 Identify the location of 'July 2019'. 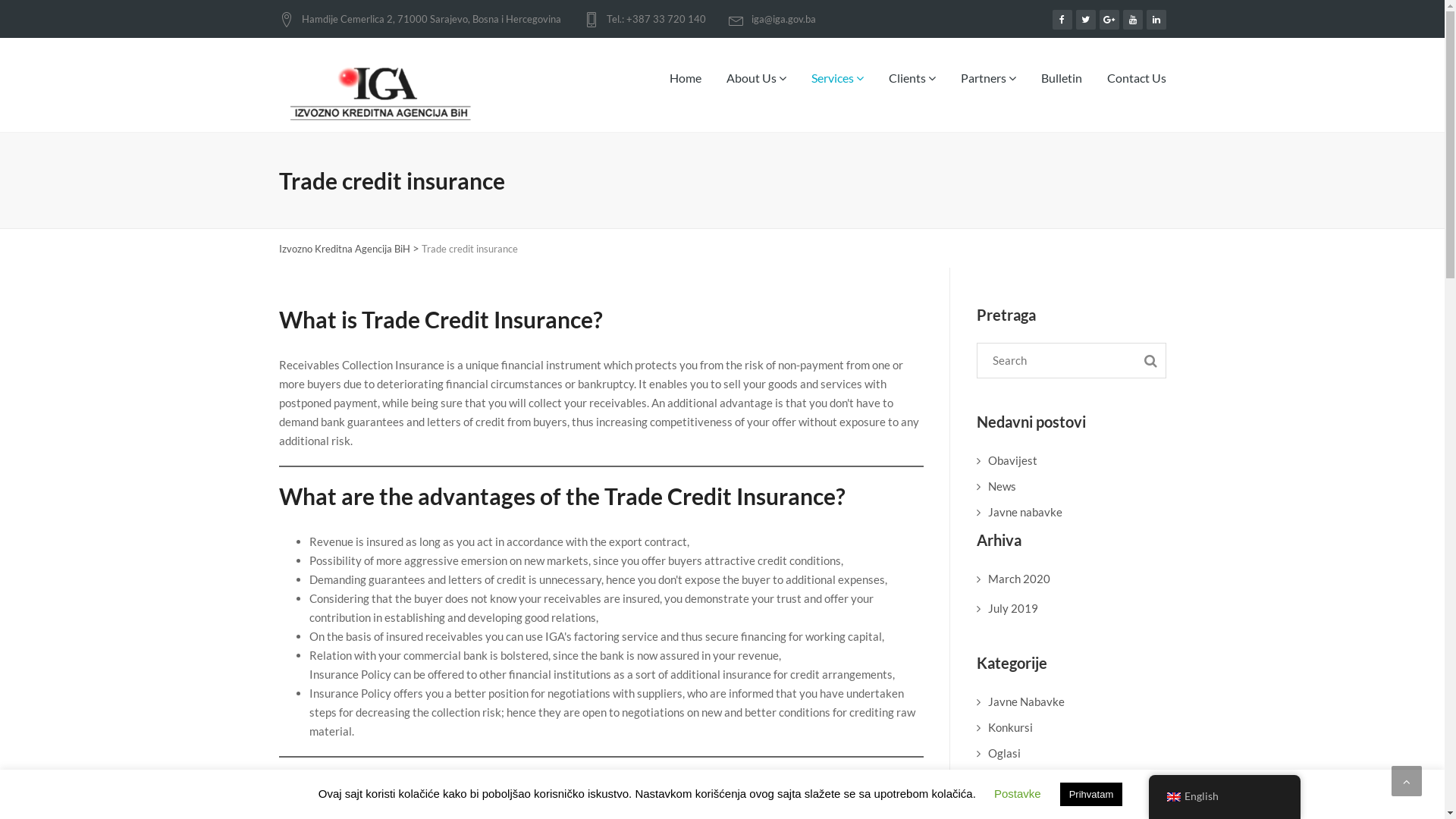
(1012, 607).